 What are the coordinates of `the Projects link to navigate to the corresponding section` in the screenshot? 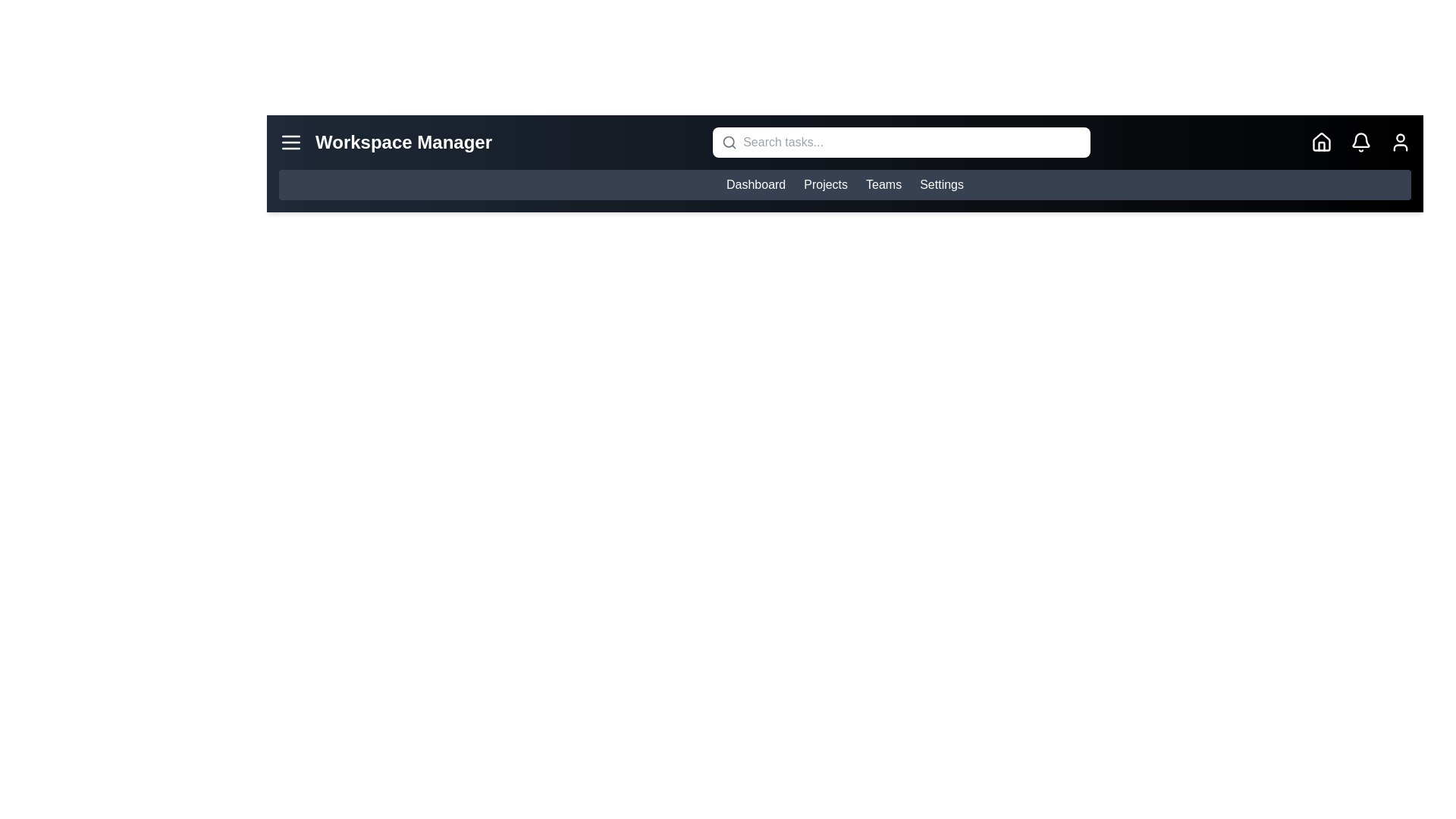 It's located at (825, 184).